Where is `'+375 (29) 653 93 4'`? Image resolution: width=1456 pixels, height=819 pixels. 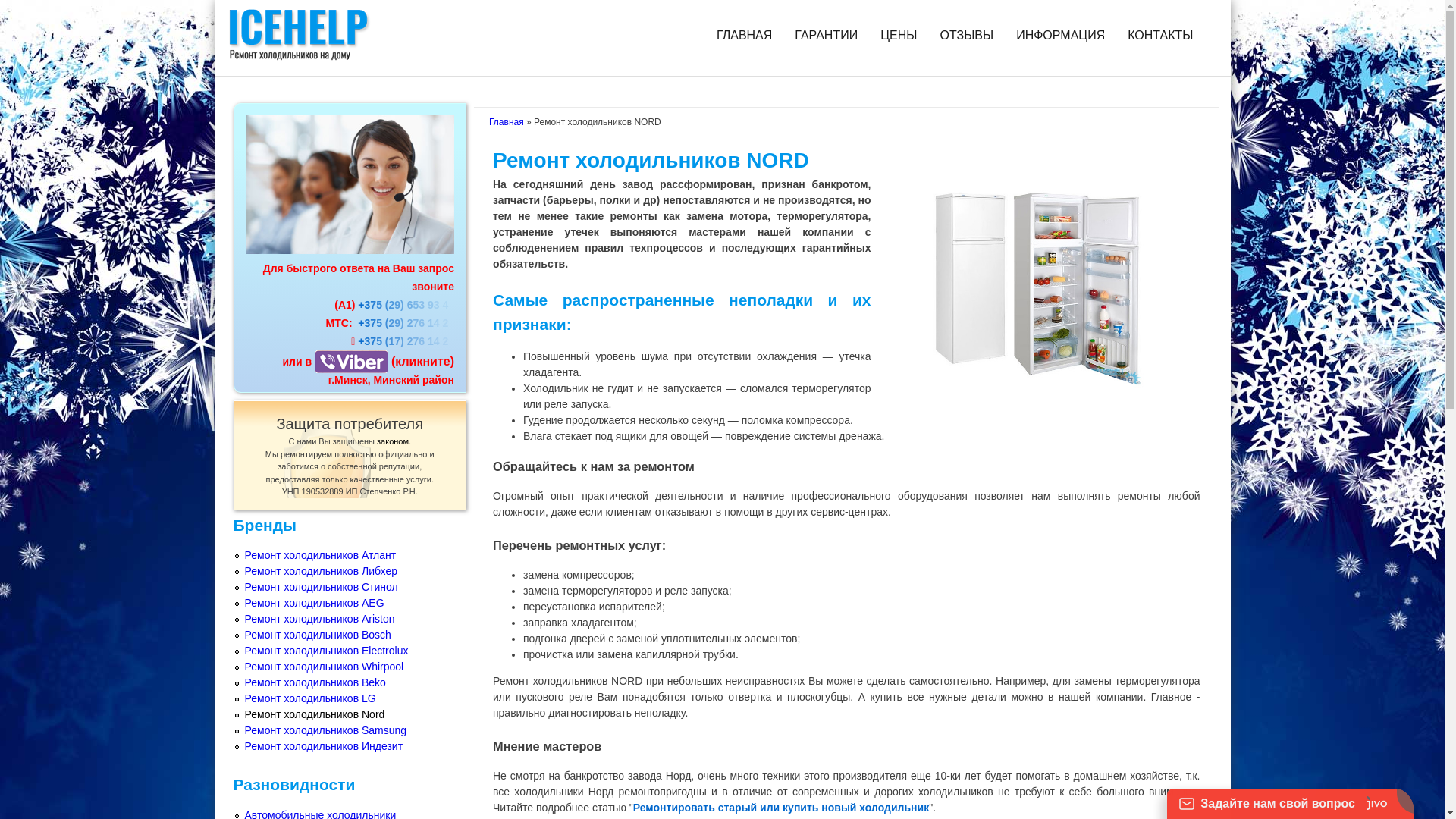 '+375 (29) 653 93 4' is located at coordinates (404, 304).